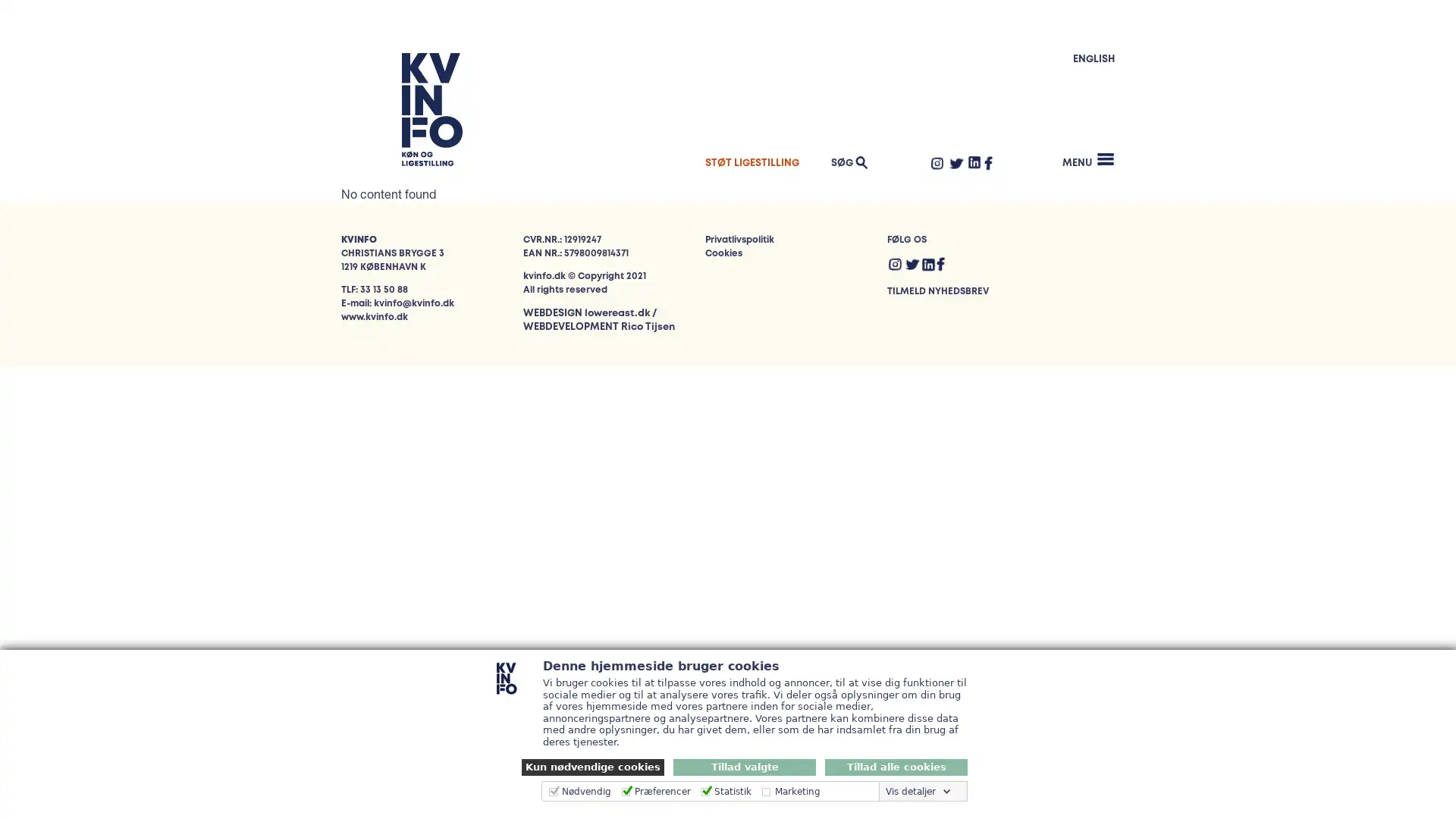 This screenshot has height=819, width=1456. What do you see at coordinates (1083, 143) in the screenshot?
I see `Sg` at bounding box center [1083, 143].